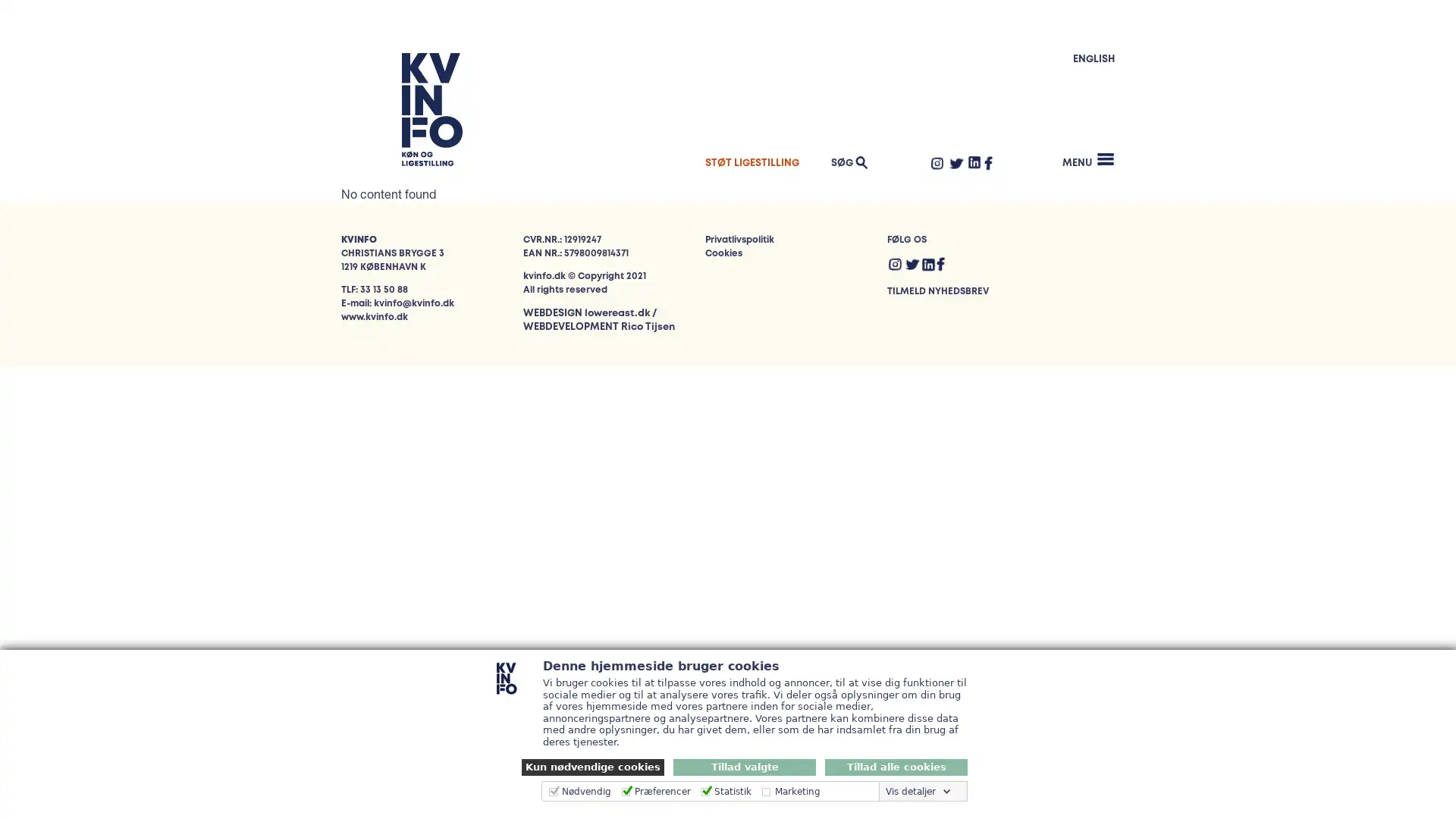 This screenshot has height=819, width=1456. What do you see at coordinates (1083, 143) in the screenshot?
I see `Sg` at bounding box center [1083, 143].